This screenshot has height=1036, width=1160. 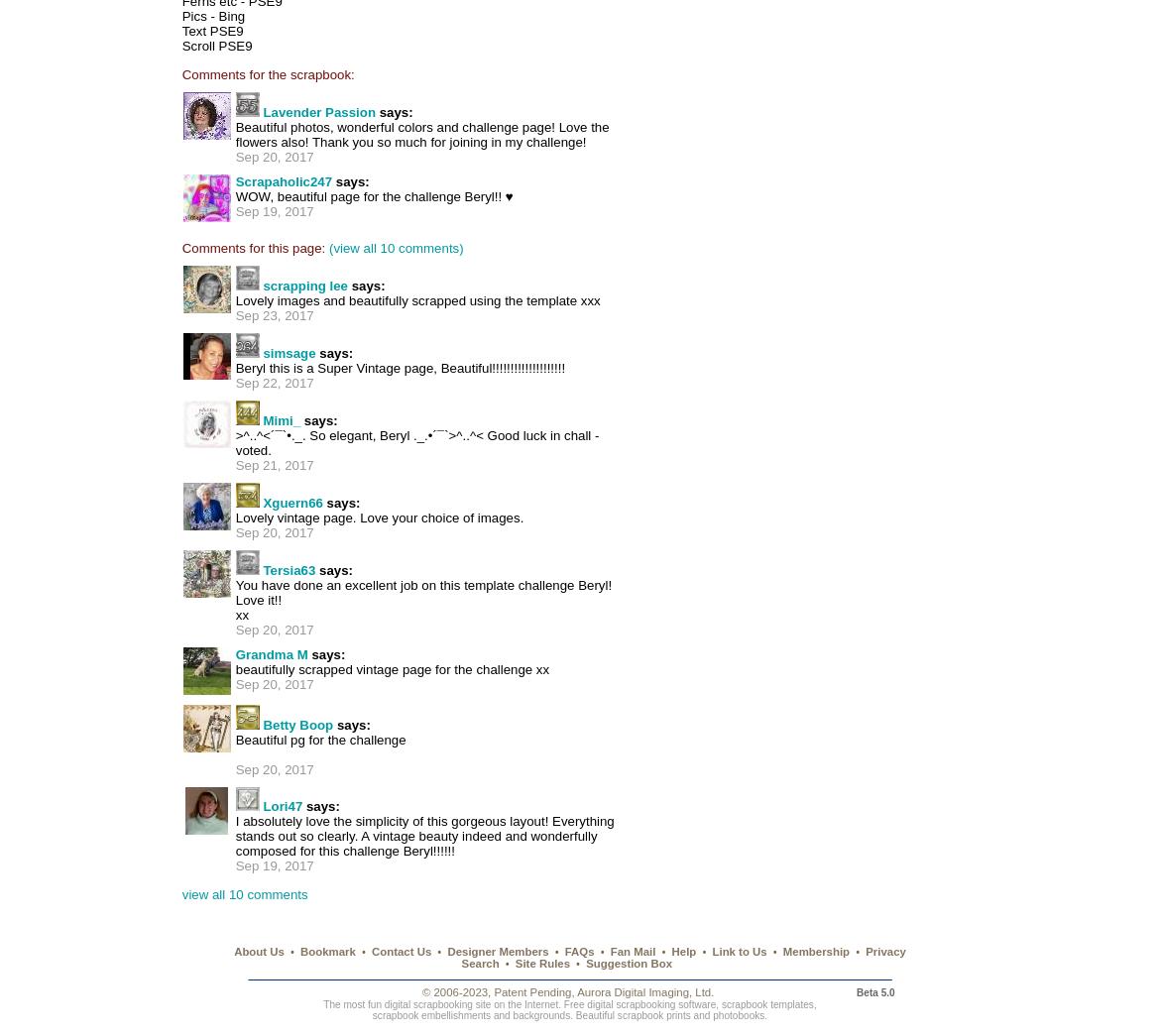 I want to click on 'beautifully scrapped vintage page for the challenge xx', so click(x=392, y=669).